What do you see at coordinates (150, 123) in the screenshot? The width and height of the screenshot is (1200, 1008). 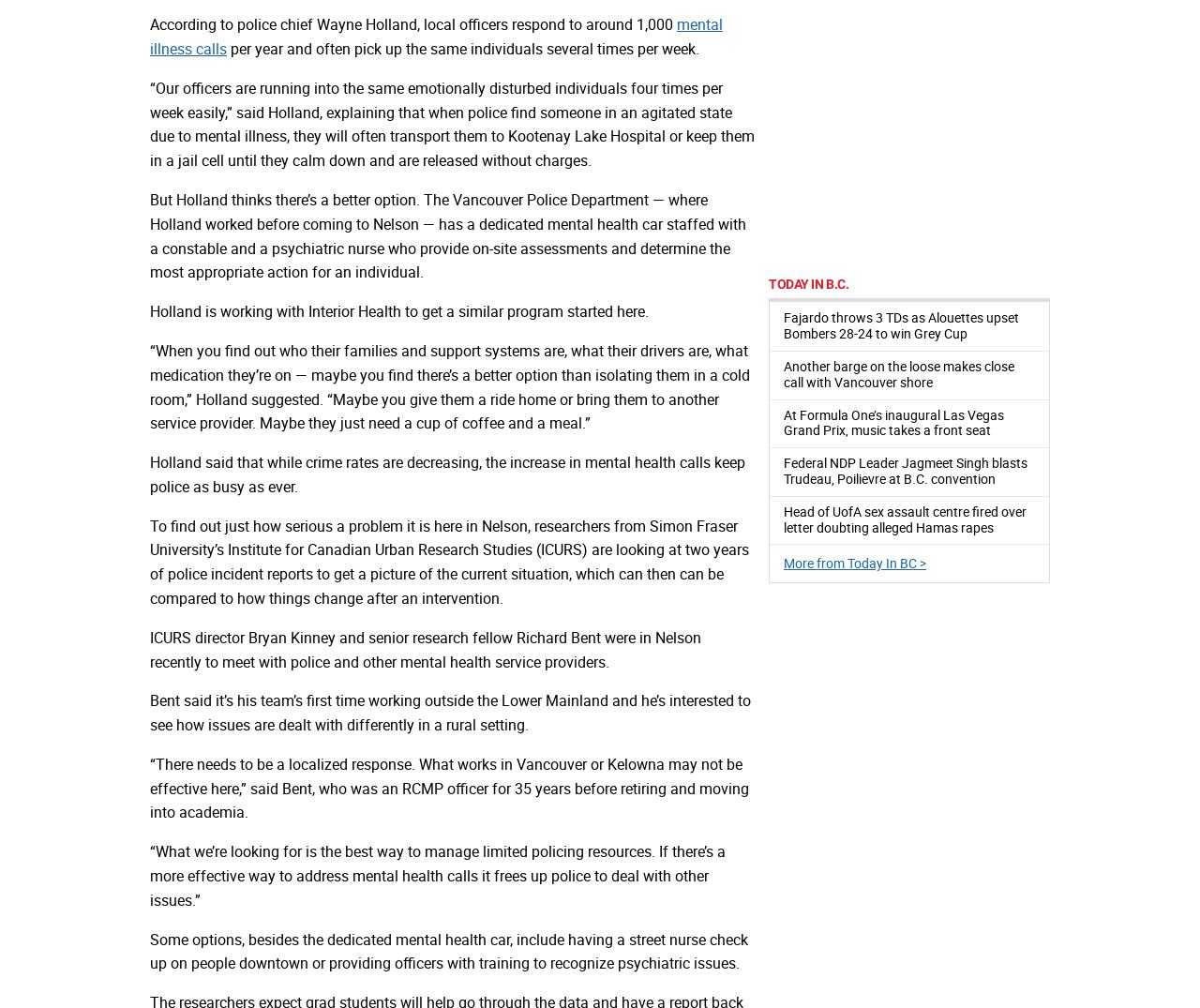 I see `'“Our officers are running into the same emotionally disturbed individuals four times per week easily,” said Holland, explaining that when police find someone in an agitated state due to mental illness, they will often transport them to Kootenay Lake Hospital or keep them in a jail cell until they calm down and are released without charges.'` at bounding box center [150, 123].